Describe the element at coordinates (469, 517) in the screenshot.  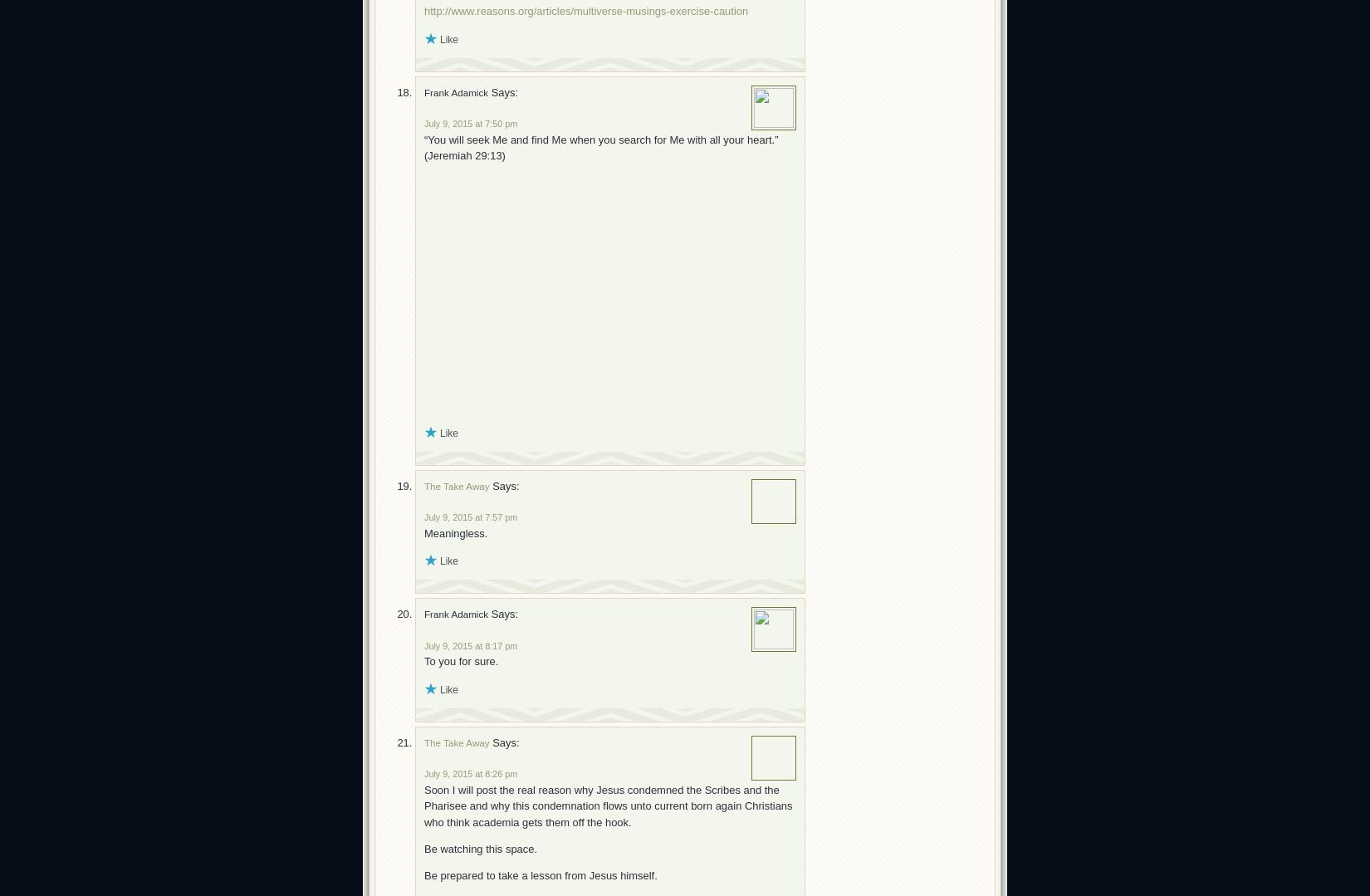
I see `'July 9, 2015 at 7:57 pm'` at that location.